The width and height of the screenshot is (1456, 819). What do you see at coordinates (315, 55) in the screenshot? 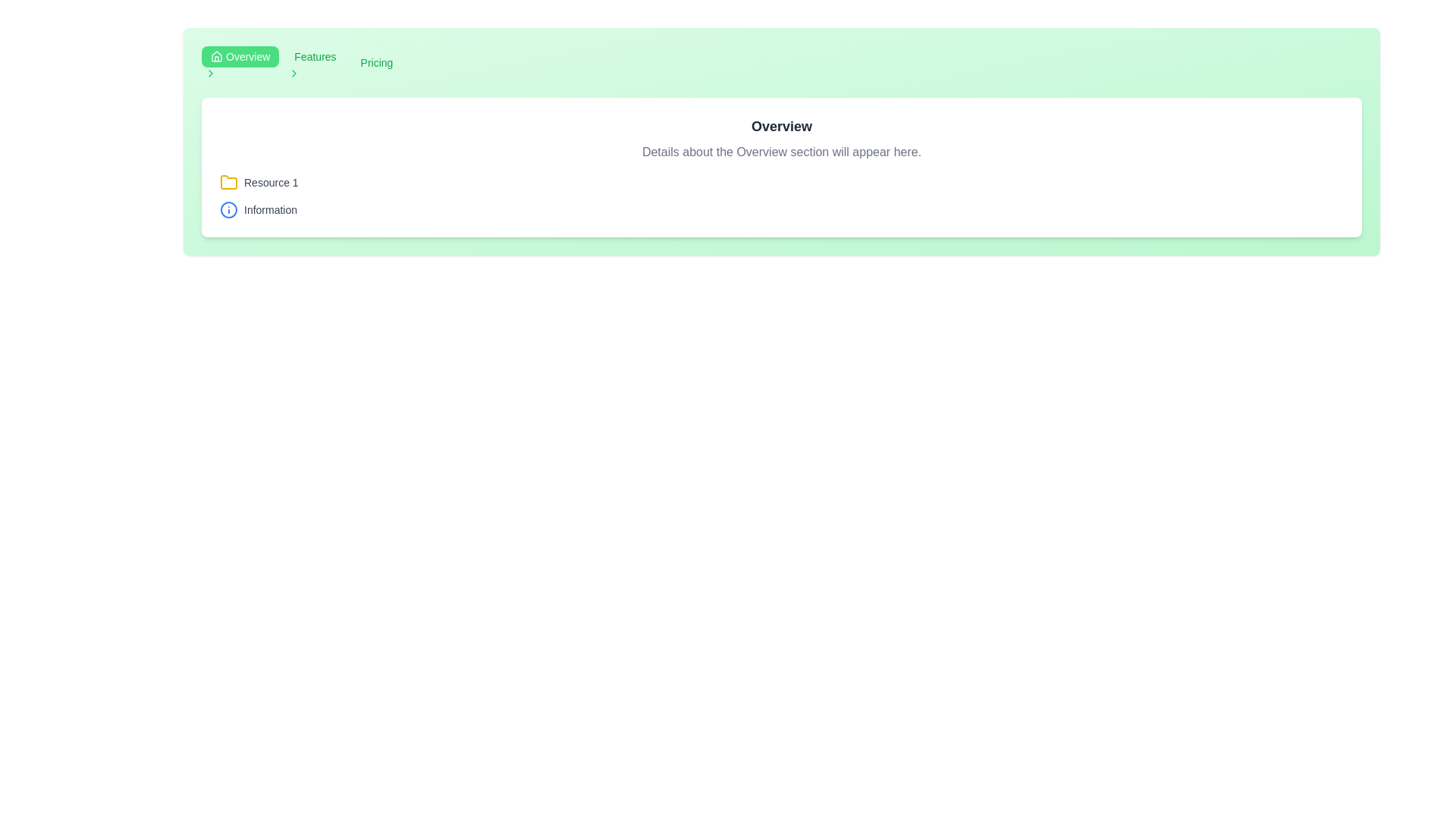
I see `the breadcrumb navigation link labeled 'Features' located in the top-left section of the interface, between the 'Overview' button and a right-arrow icon` at bounding box center [315, 55].